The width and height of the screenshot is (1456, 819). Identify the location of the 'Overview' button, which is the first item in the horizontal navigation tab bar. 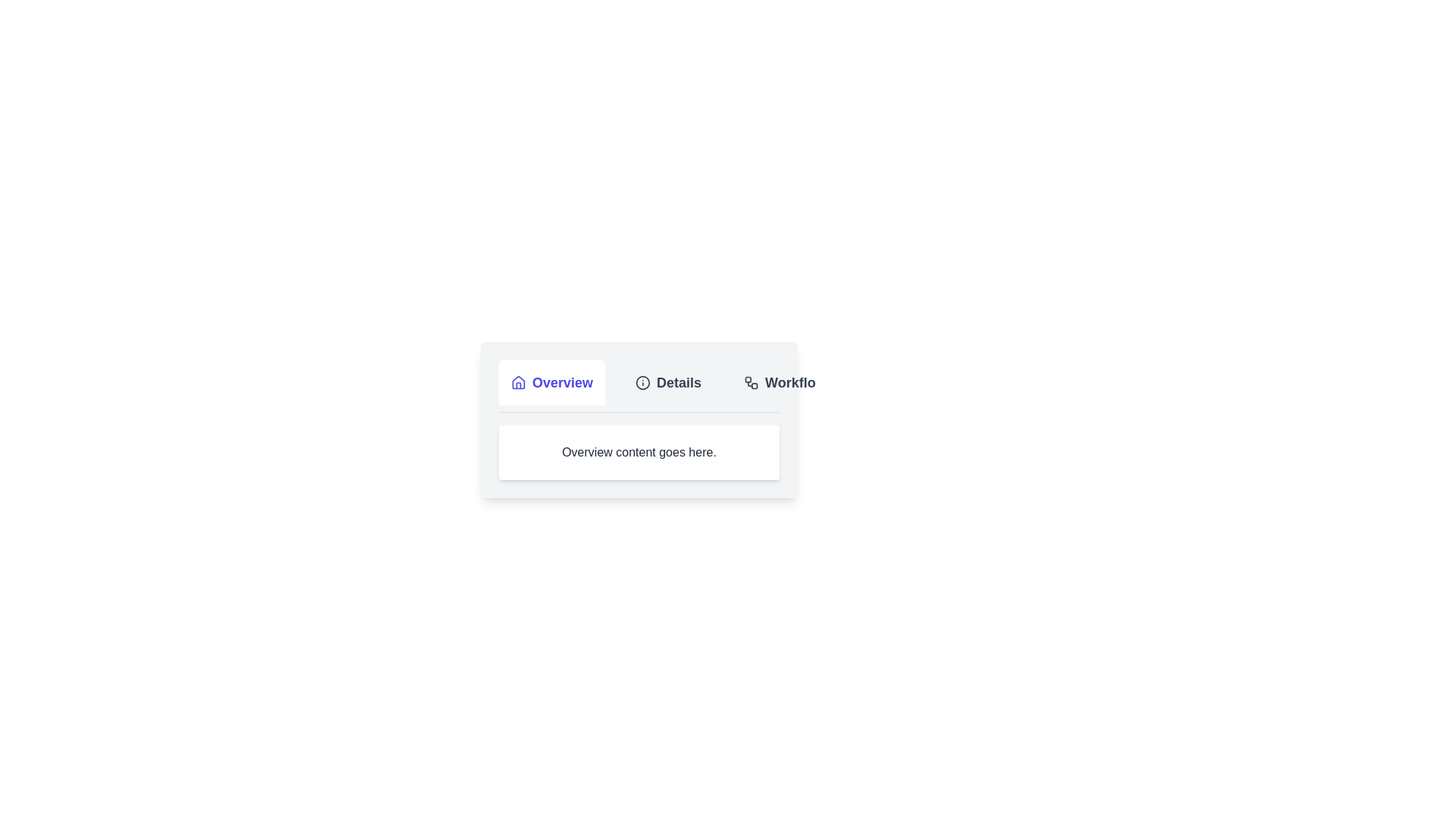
(551, 382).